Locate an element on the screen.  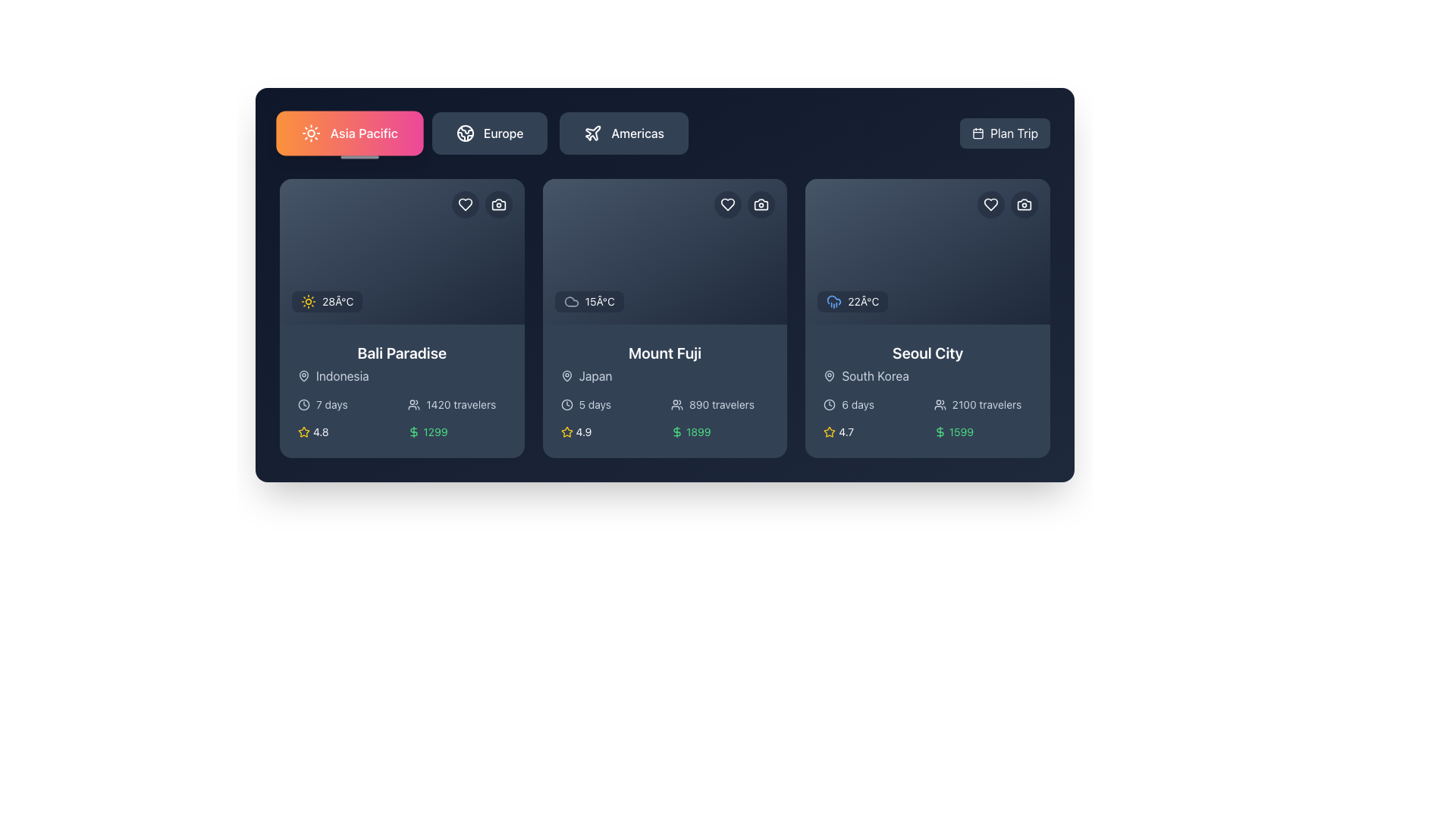
the text label displaying the name of a city and its corresponding country, located at the top-center of the rightmost travel package card is located at coordinates (927, 363).